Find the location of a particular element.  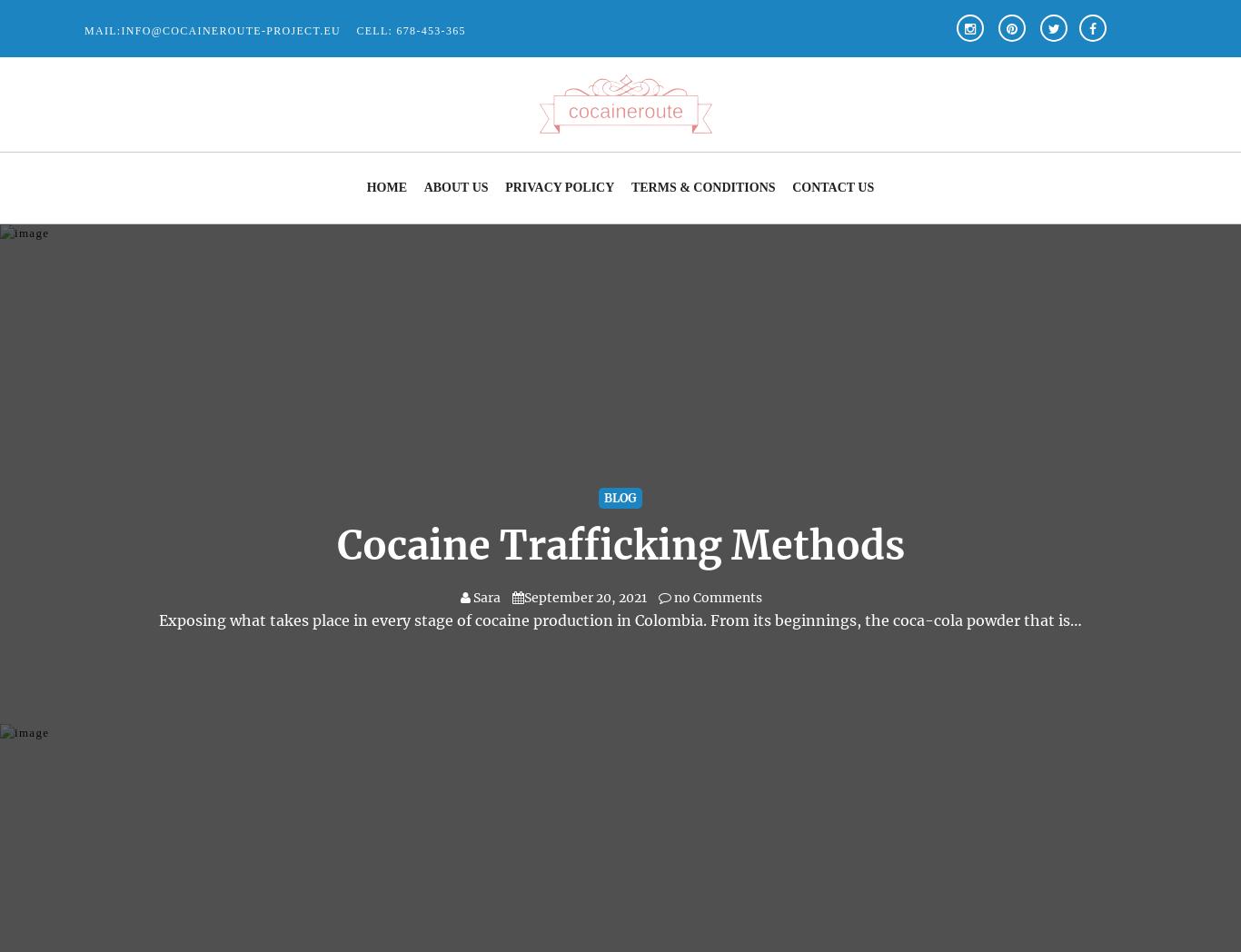

'MAIL:INFO@COCAINEROUTE-PROJECT.EU' is located at coordinates (212, 29).